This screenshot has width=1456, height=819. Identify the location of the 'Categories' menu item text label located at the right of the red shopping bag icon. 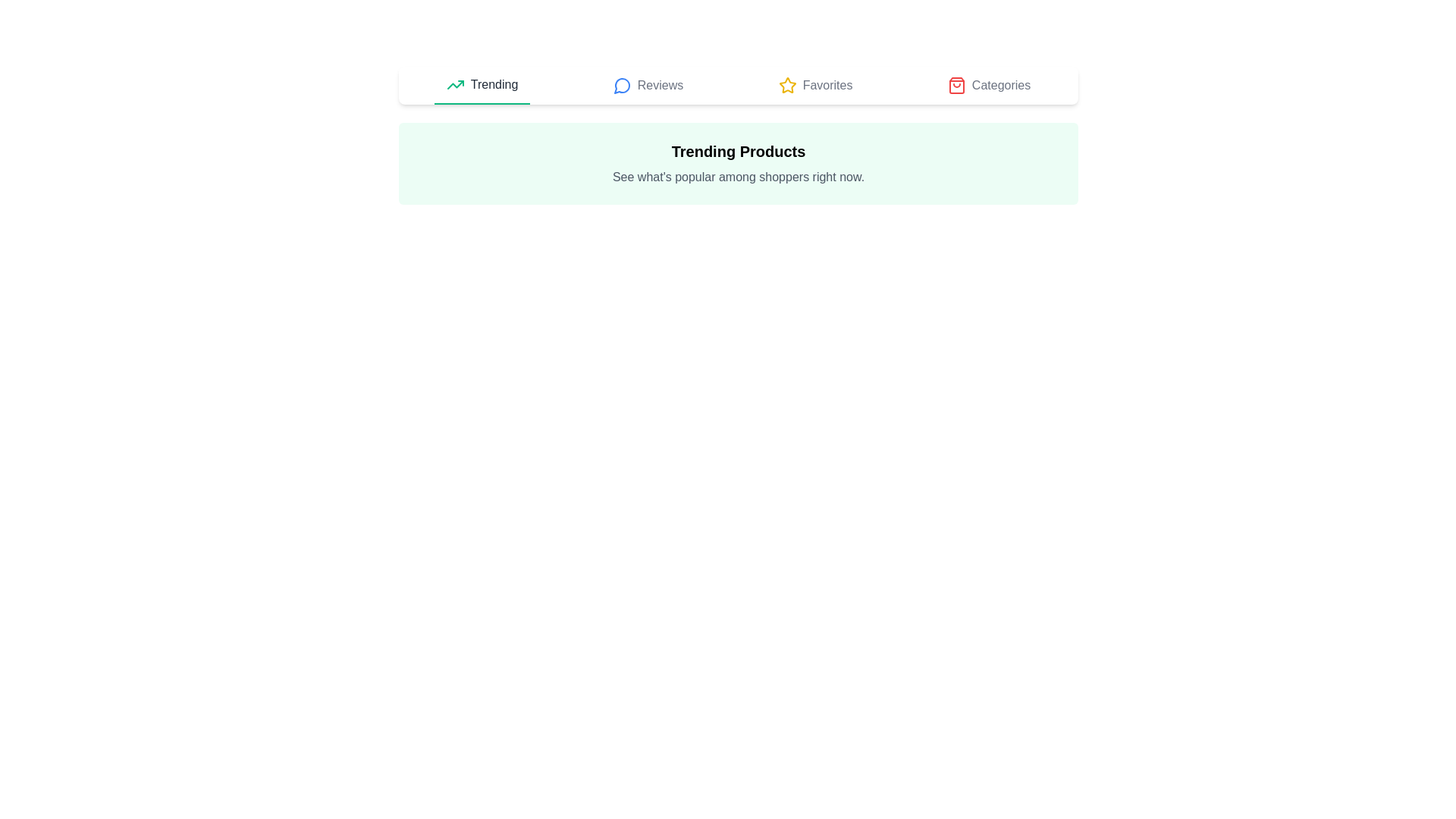
(1001, 85).